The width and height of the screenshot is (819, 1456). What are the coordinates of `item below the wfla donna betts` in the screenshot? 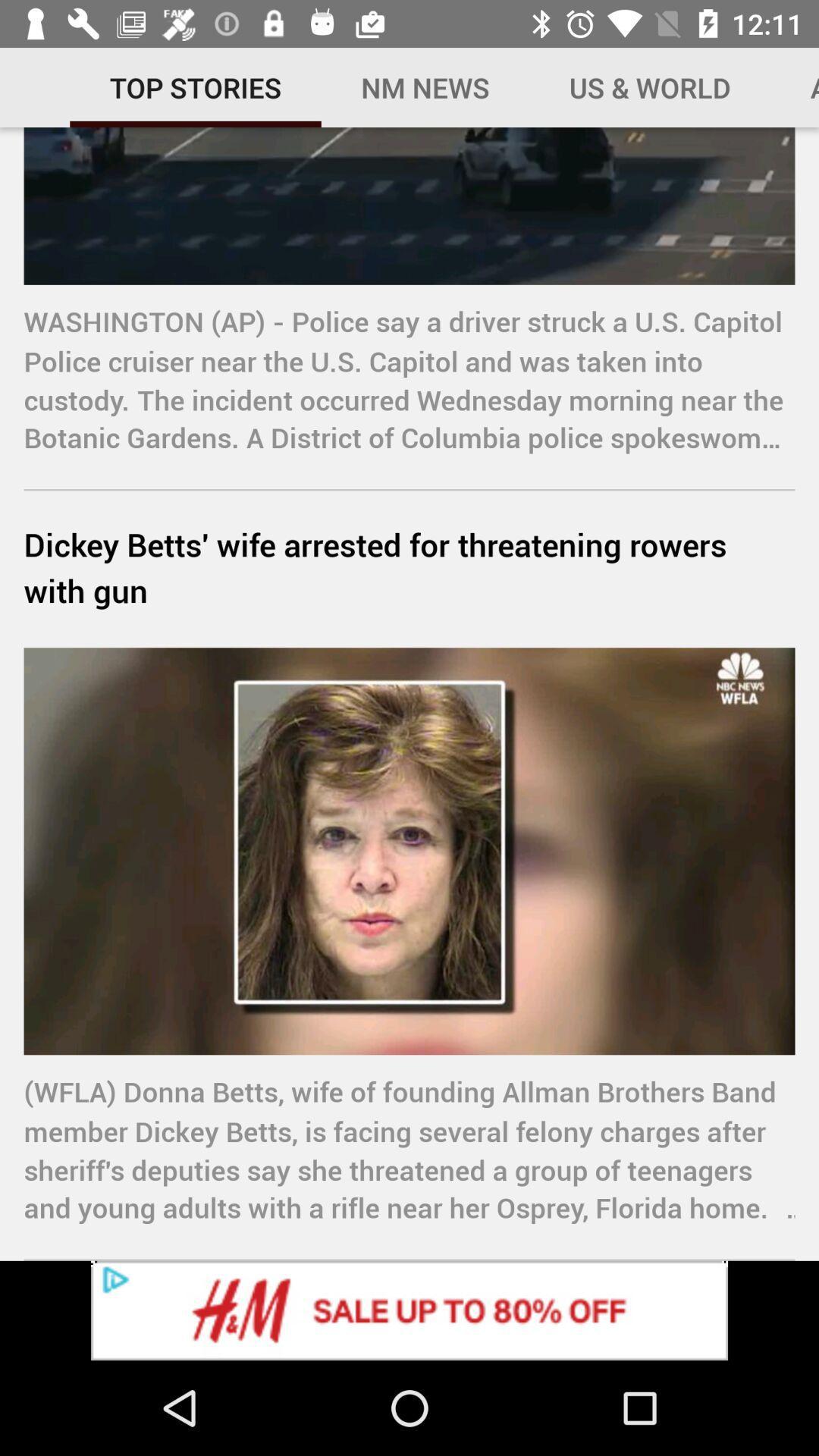 It's located at (409, 1310).